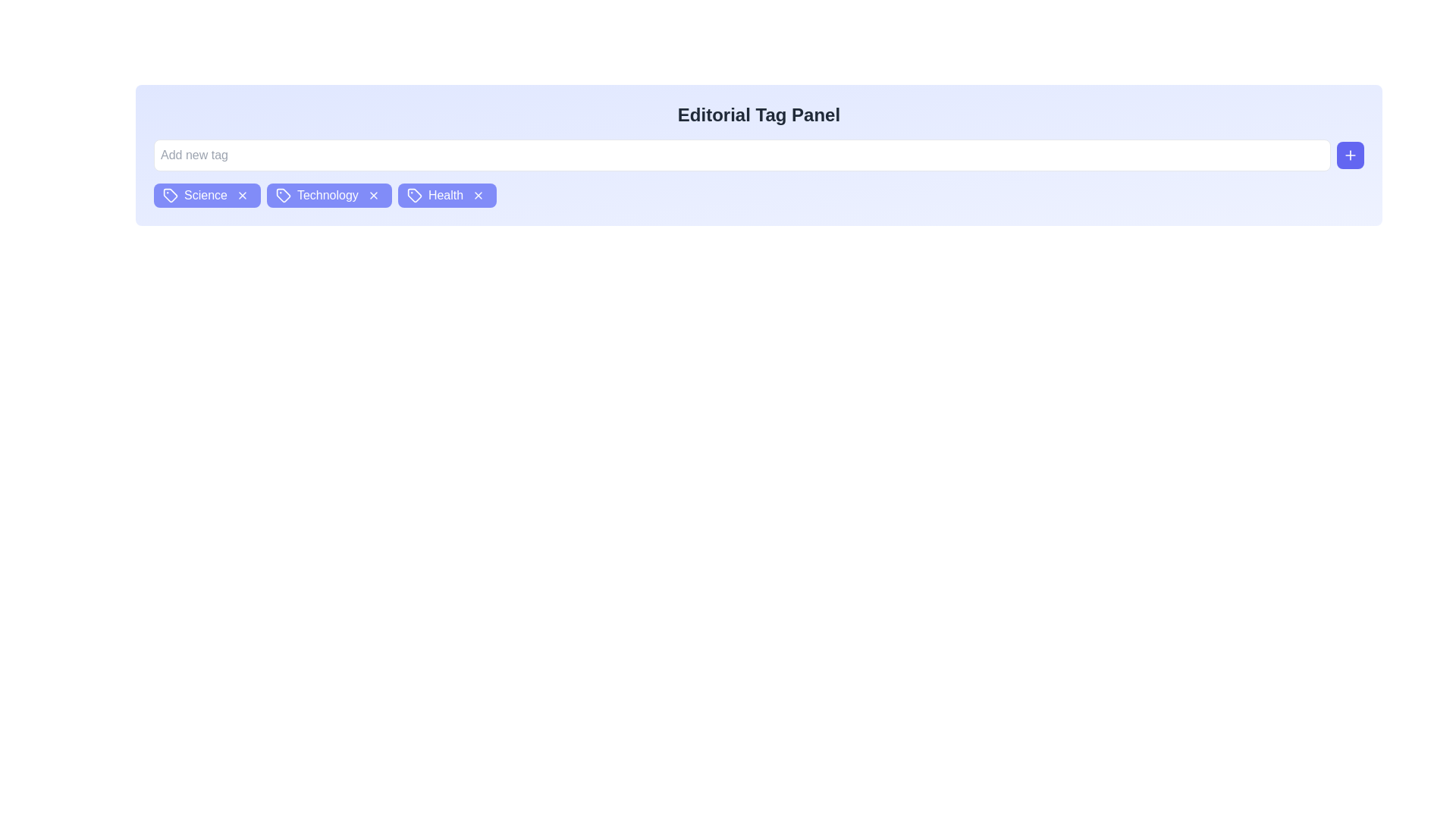 This screenshot has width=1456, height=819. Describe the element at coordinates (478, 195) in the screenshot. I see `the circular button with an 'X' icon located at the end of the 'Health' tag in the tag list to observe its hover effects` at that location.